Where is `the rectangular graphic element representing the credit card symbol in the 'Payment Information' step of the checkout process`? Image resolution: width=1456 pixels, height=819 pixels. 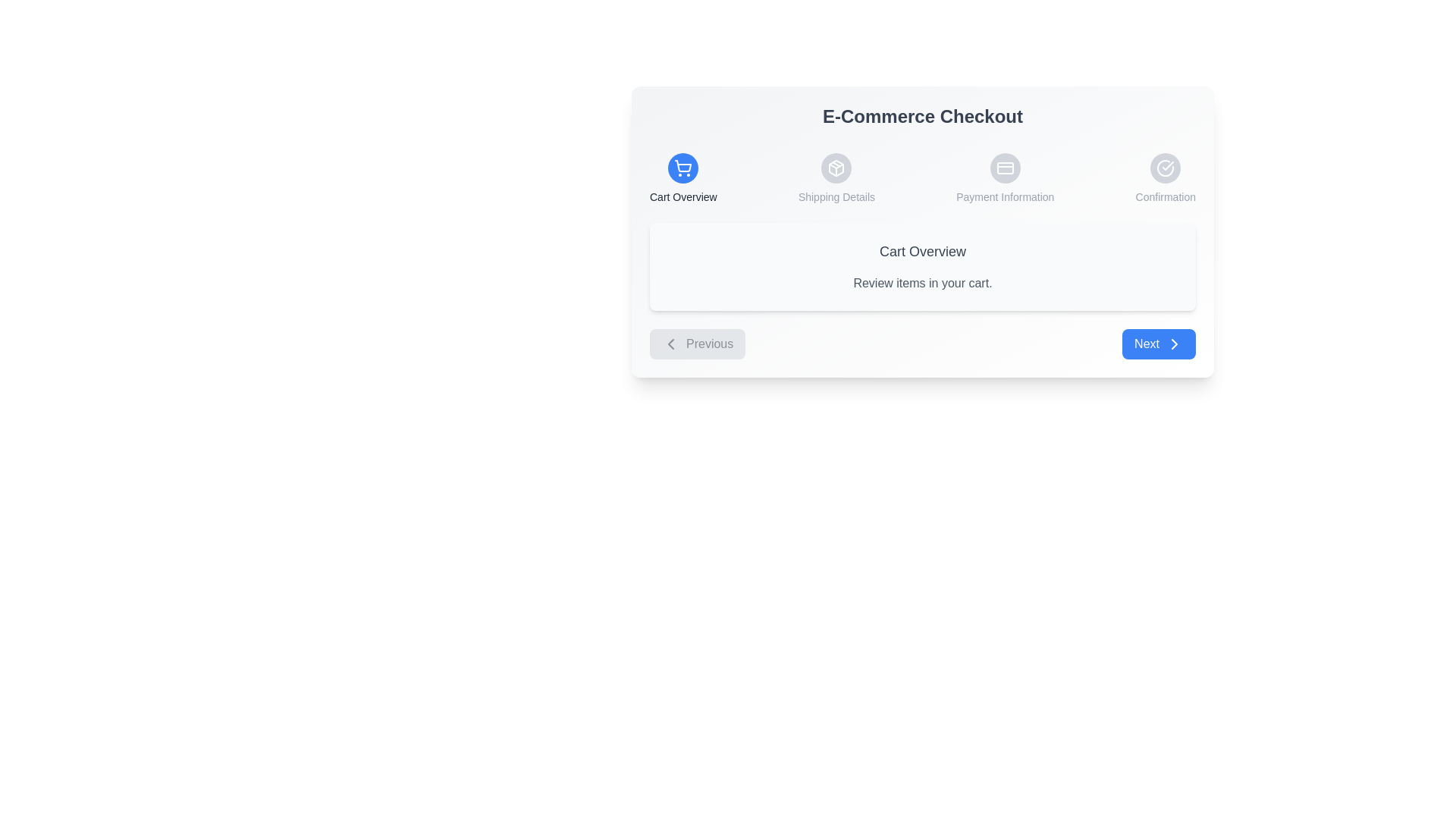
the rectangular graphic element representing the credit card symbol in the 'Payment Information' step of the checkout process is located at coordinates (1005, 168).